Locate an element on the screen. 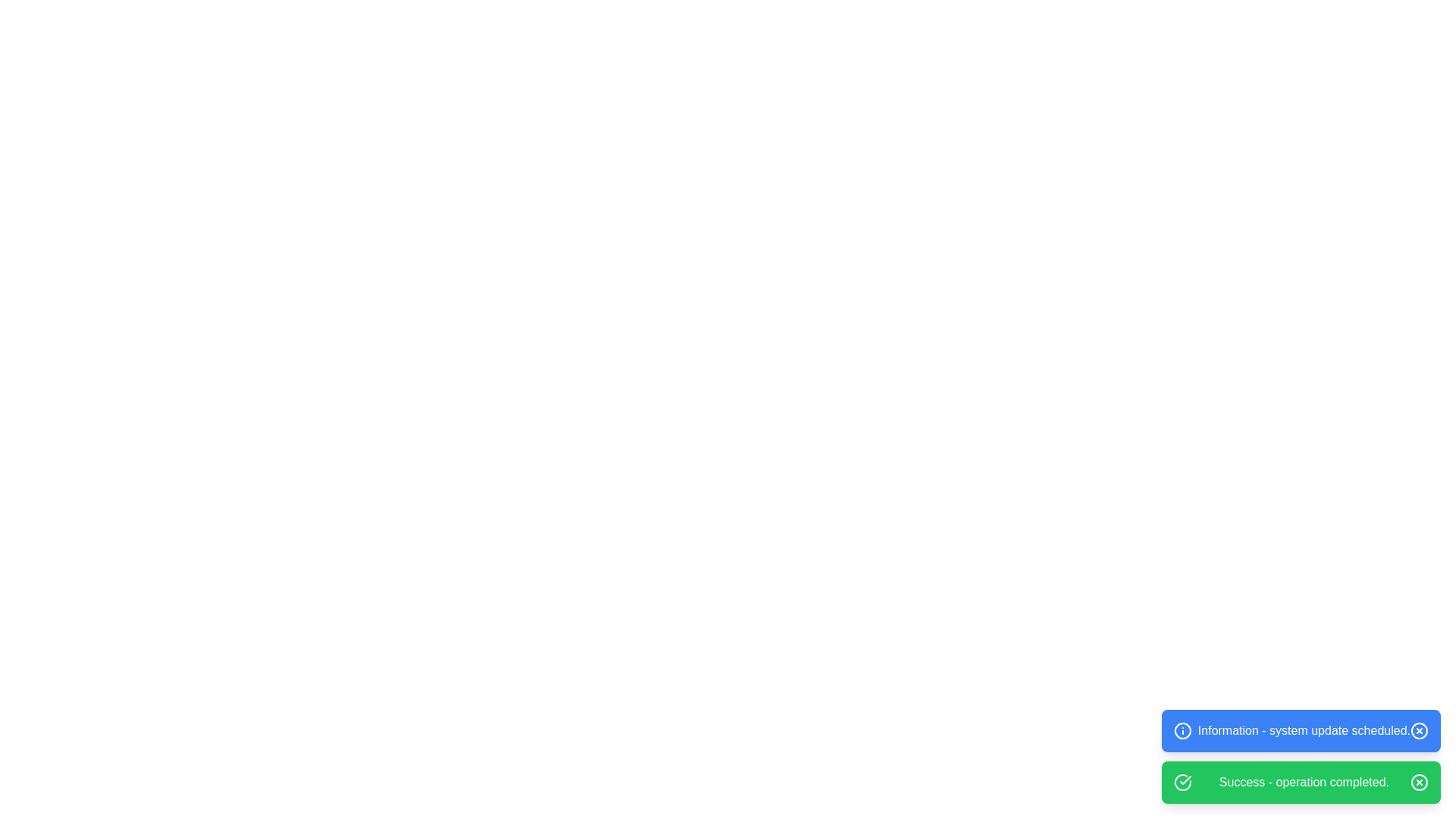 This screenshot has width=1456, height=819. the dismiss button located on the rightmost side of the blue notification box that contains the text 'Information - system update scheduled' is located at coordinates (1419, 730).